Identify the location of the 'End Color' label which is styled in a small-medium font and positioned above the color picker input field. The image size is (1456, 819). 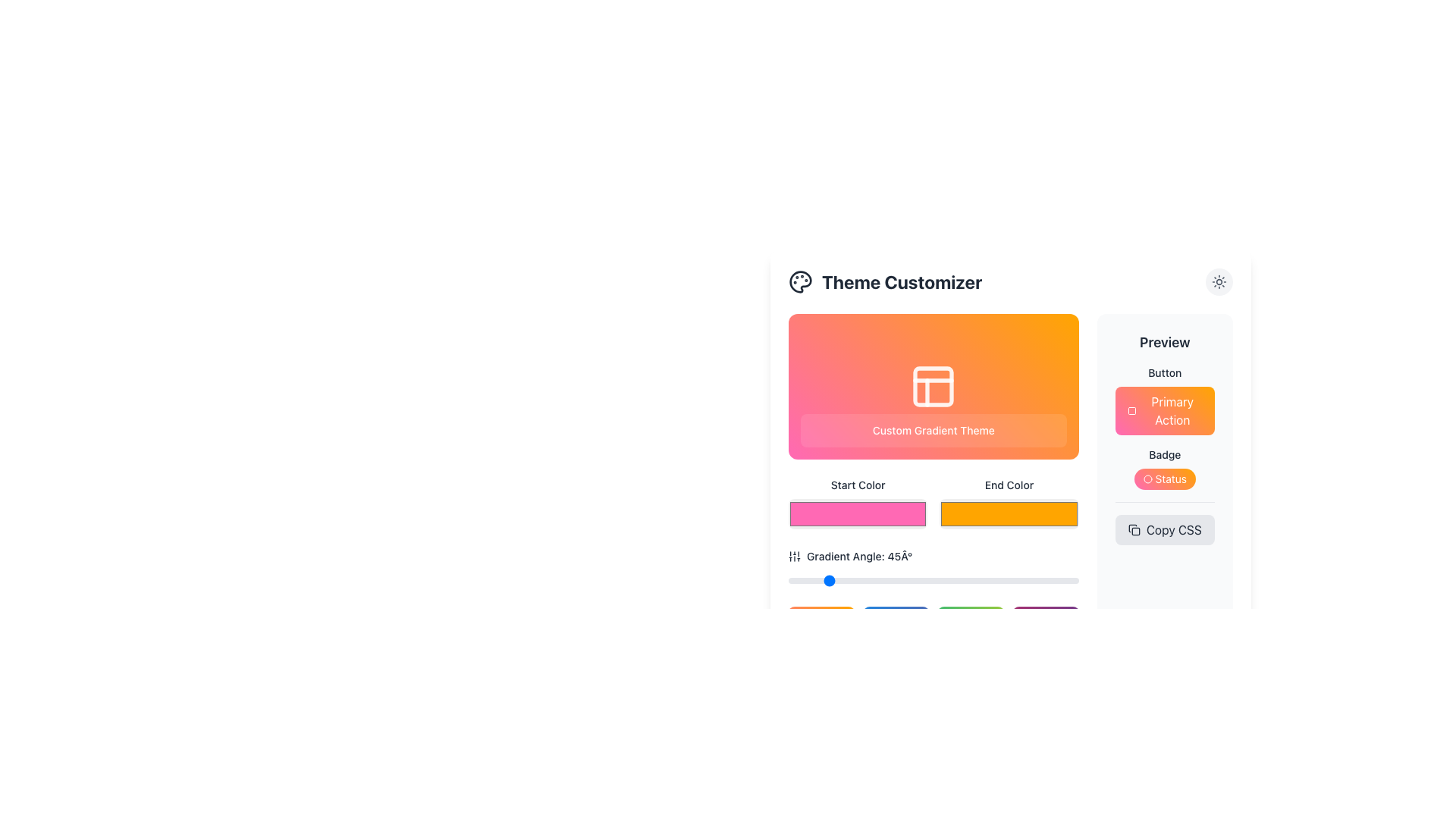
(1009, 485).